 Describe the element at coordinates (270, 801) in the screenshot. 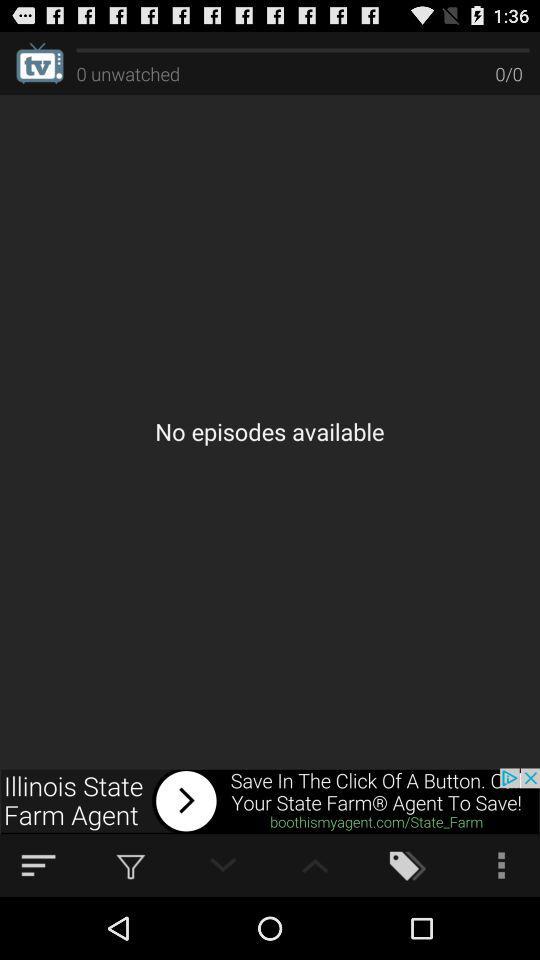

I see `open advertisement` at that location.